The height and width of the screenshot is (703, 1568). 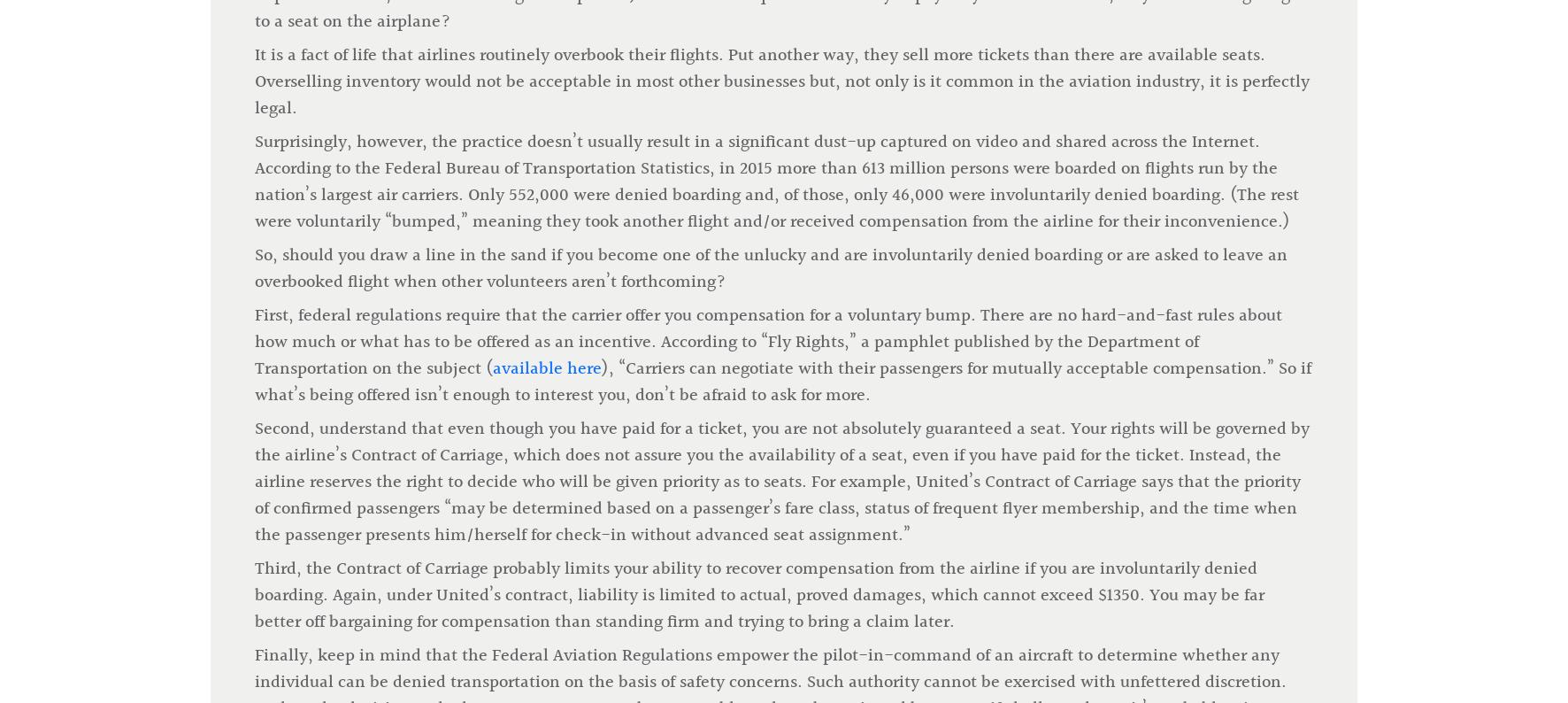 What do you see at coordinates (768, 49) in the screenshot?
I see `'First, federal regulations require that the carrier offer you compensation for a voluntary bump. There are no hard-and-fast rules about how much or what has to be offered as an incentive. According to “Fly Rights,” a pamphlet published by the Department of Transportation on the subject ('` at bounding box center [768, 49].